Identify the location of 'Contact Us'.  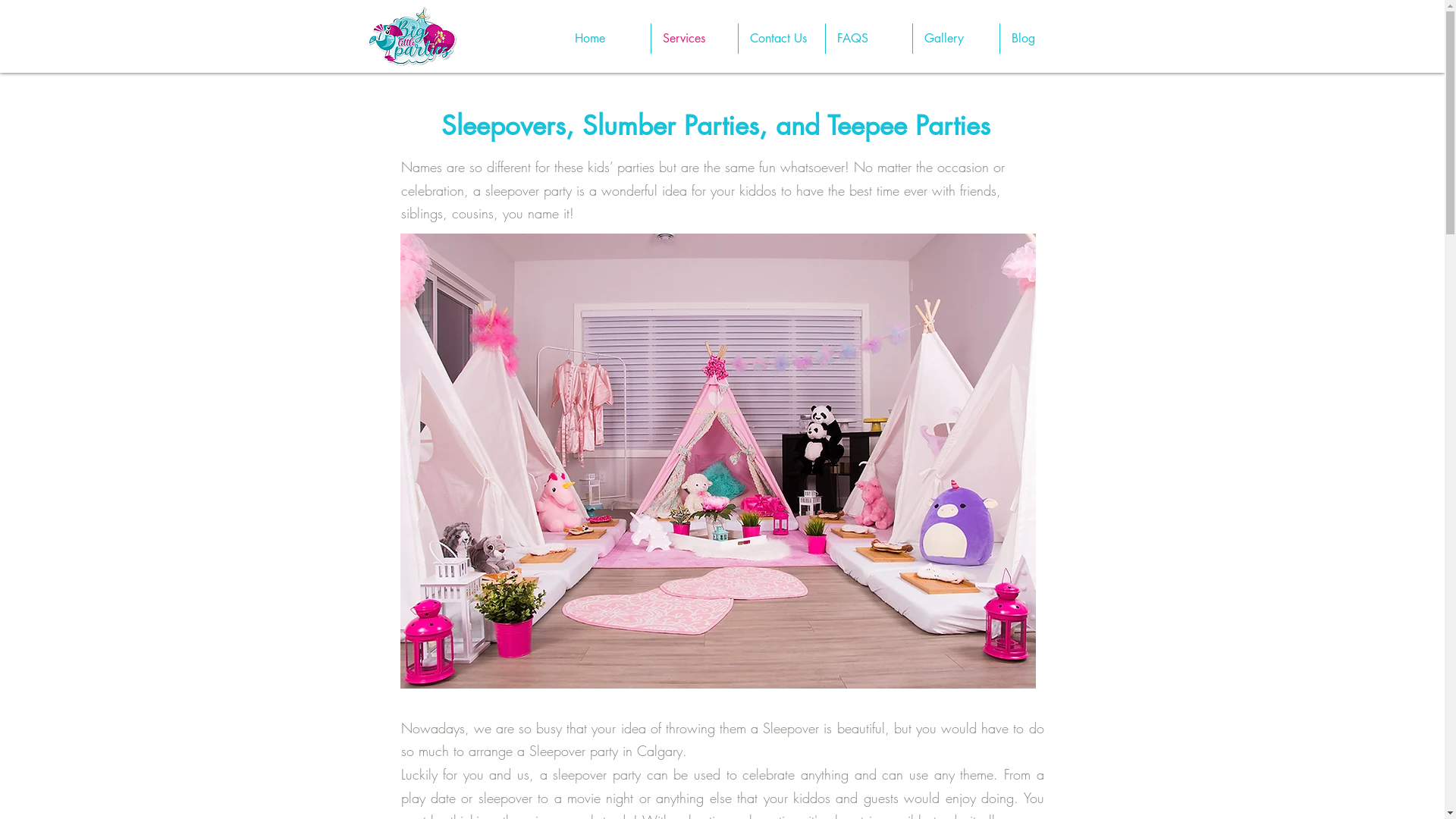
(739, 37).